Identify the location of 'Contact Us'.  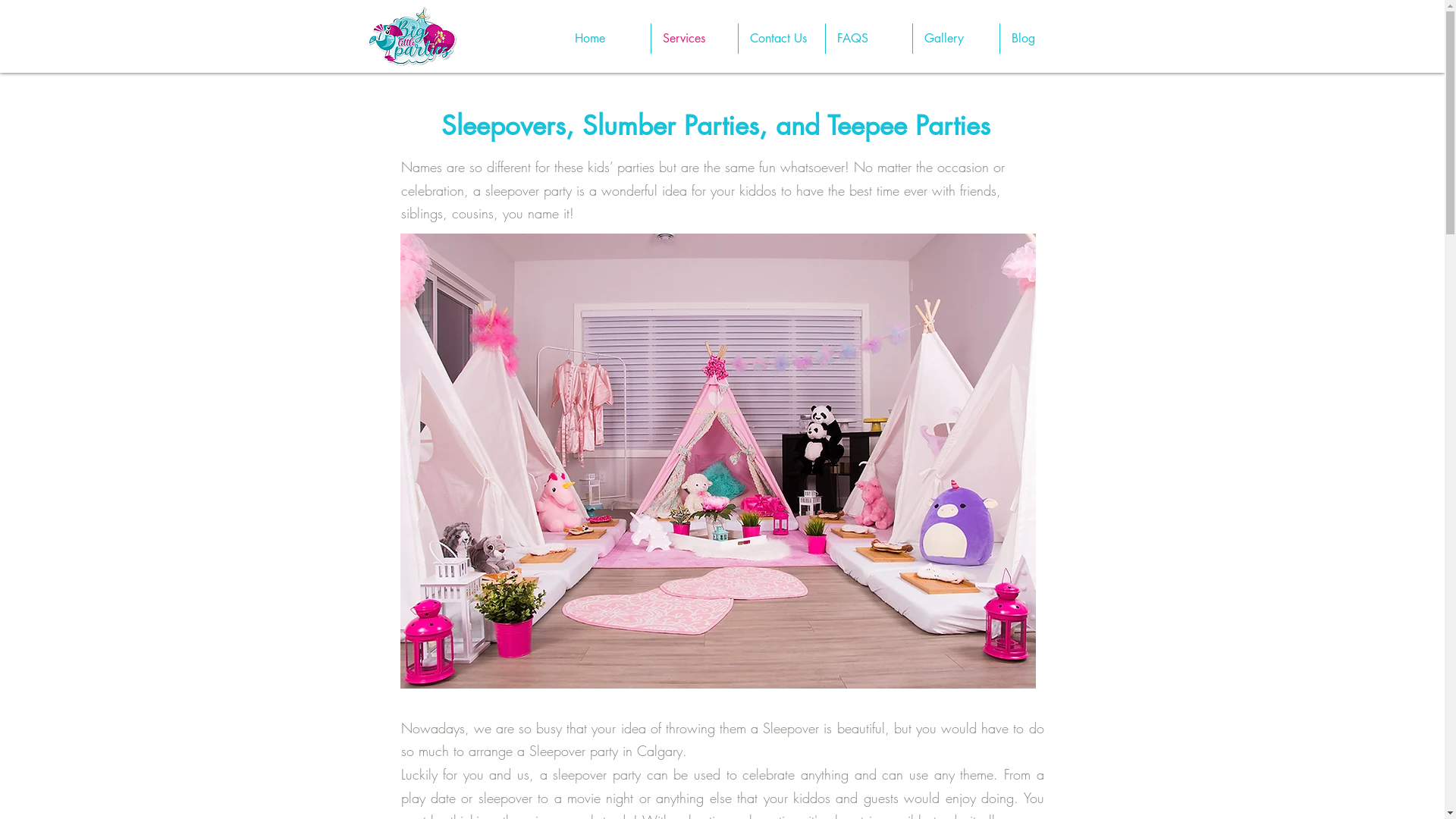
(739, 37).